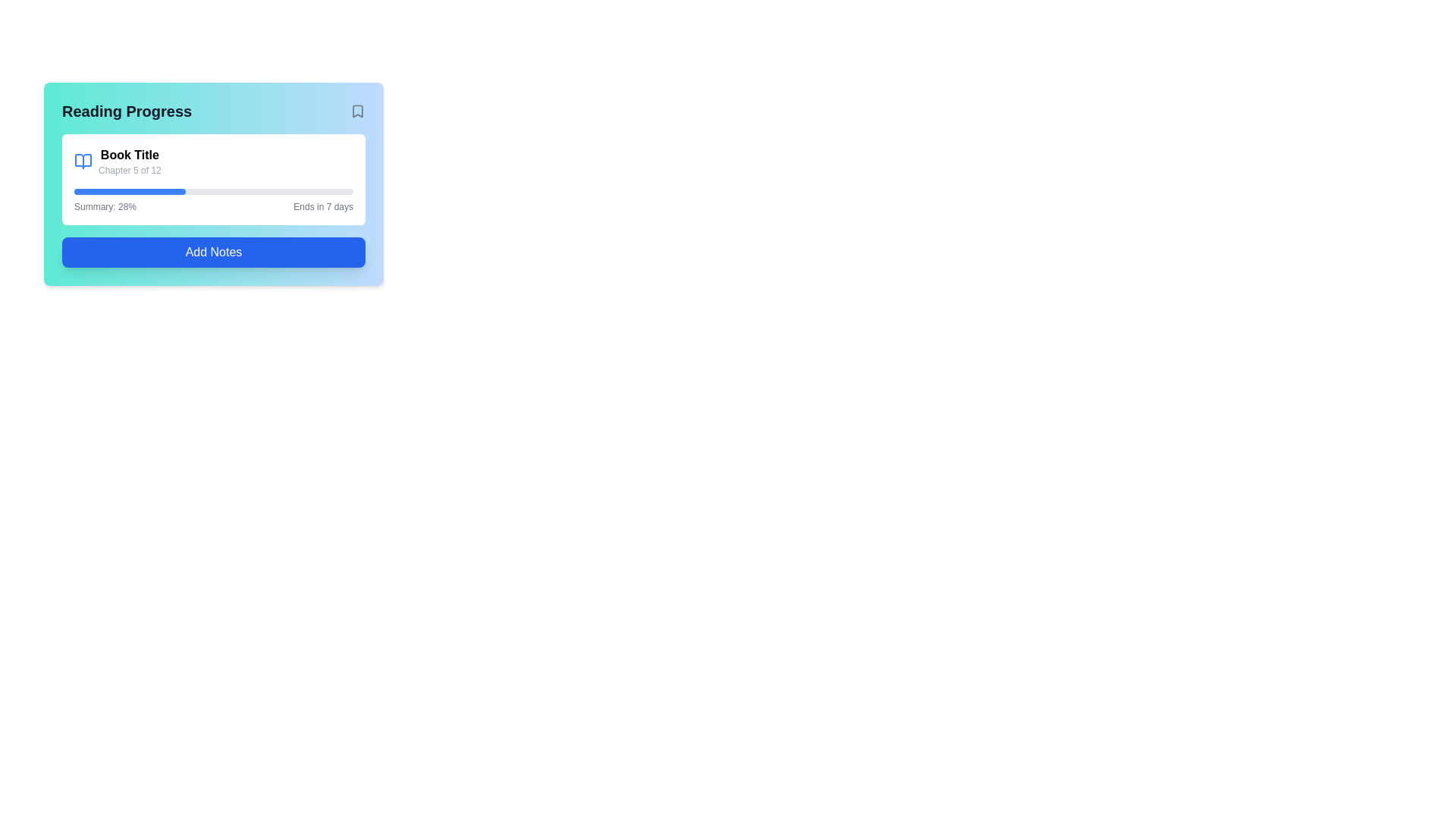 The height and width of the screenshot is (819, 1456). I want to click on the progress bar indicating the reading progress for Chapter 5 of 12, which is located below the chapter text and above the summary text, so click(213, 191).